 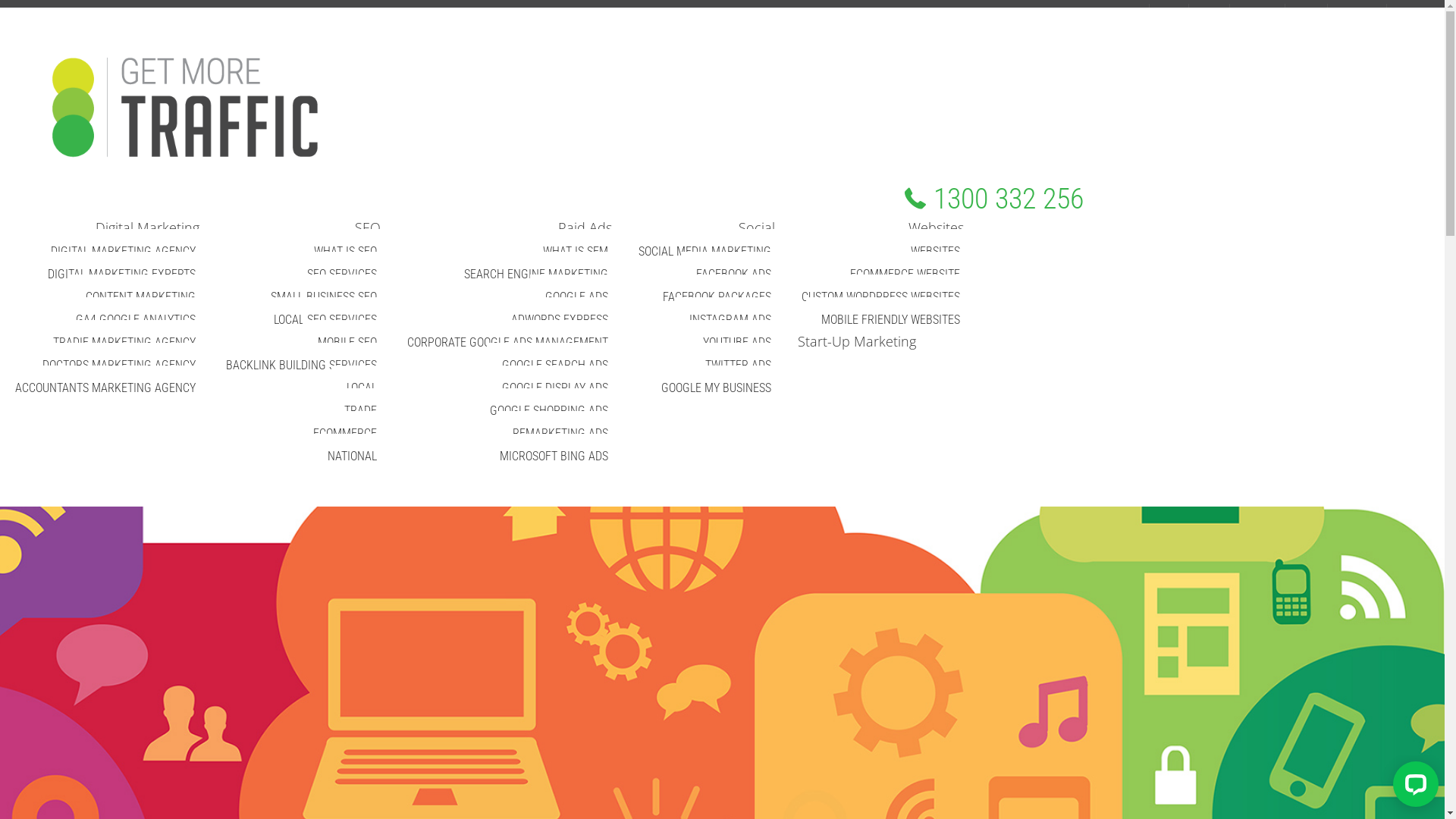 What do you see at coordinates (118, 365) in the screenshot?
I see `'DOCTORS MARKETING AGENCY'` at bounding box center [118, 365].